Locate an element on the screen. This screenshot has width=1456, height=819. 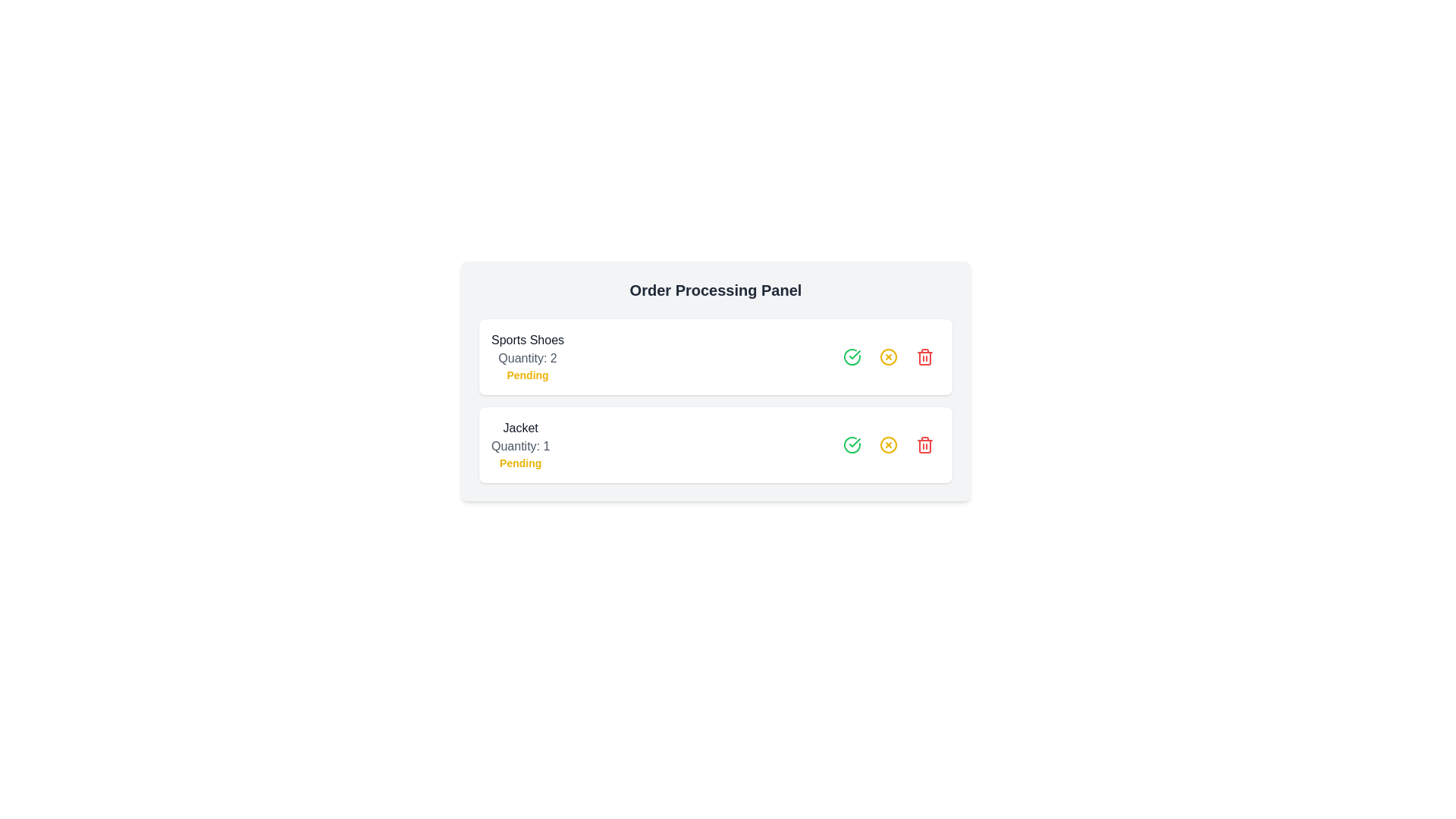
the Text display component that provides detailed information about an item in an order, which includes the item's name, quantity, and current status (Pending) is located at coordinates (528, 356).